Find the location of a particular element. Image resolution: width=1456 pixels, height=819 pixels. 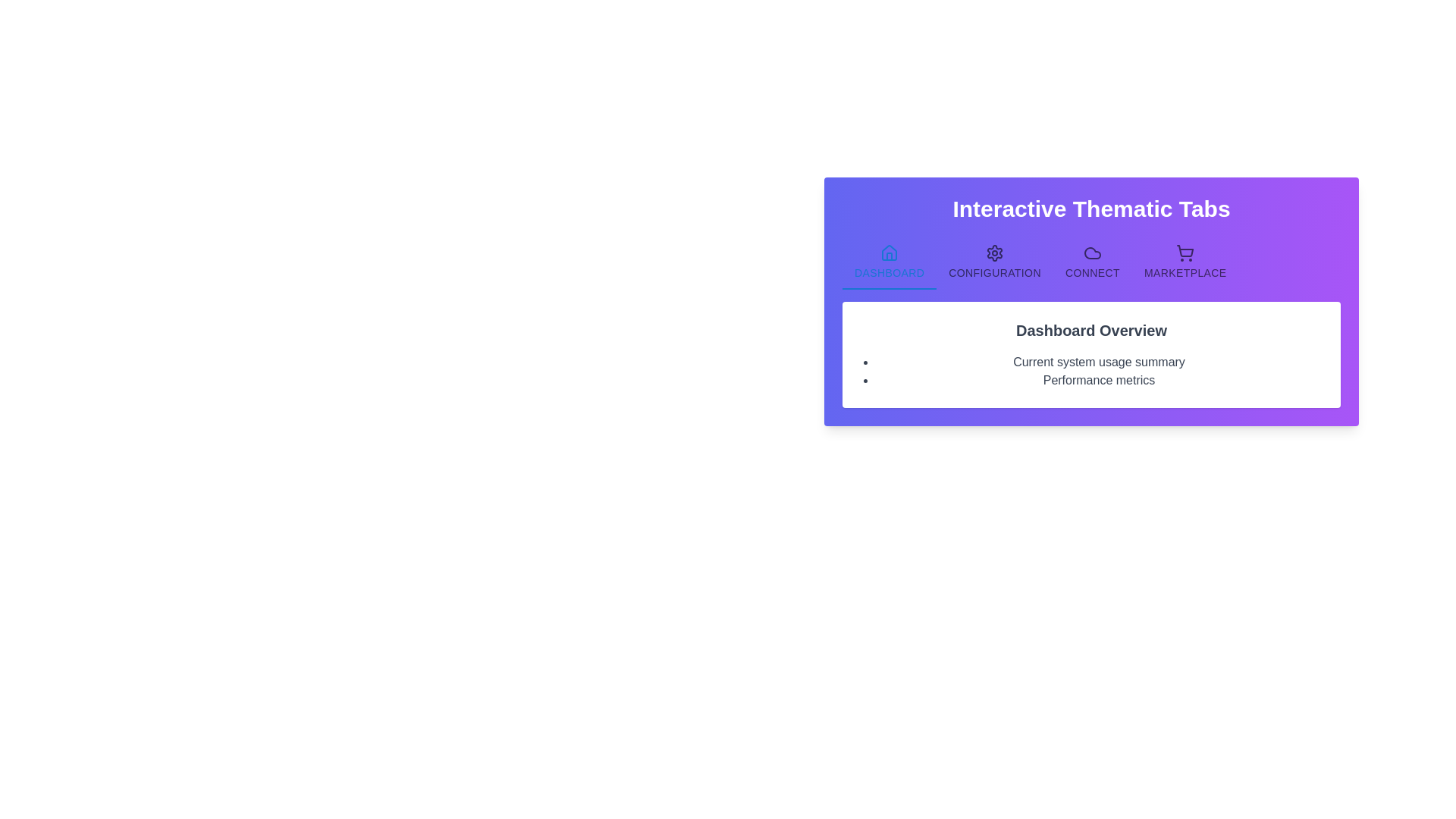

the 'Marketplace' tab icon, which is the fourth tab at the top section of the interface is located at coordinates (1185, 253).